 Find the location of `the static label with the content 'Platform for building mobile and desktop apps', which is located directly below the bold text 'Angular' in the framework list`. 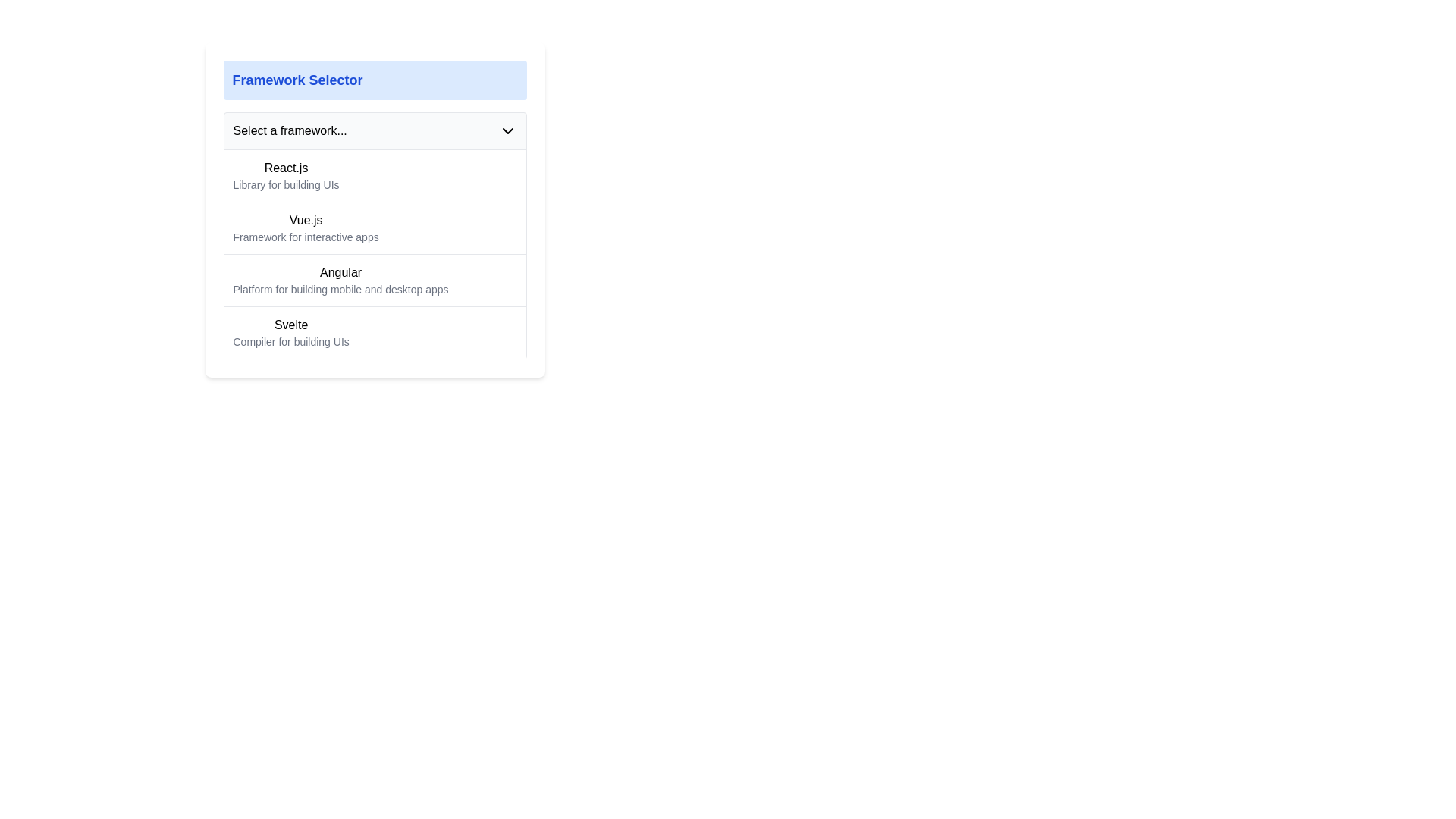

the static label with the content 'Platform for building mobile and desktop apps', which is located directly below the bold text 'Angular' in the framework list is located at coordinates (340, 289).